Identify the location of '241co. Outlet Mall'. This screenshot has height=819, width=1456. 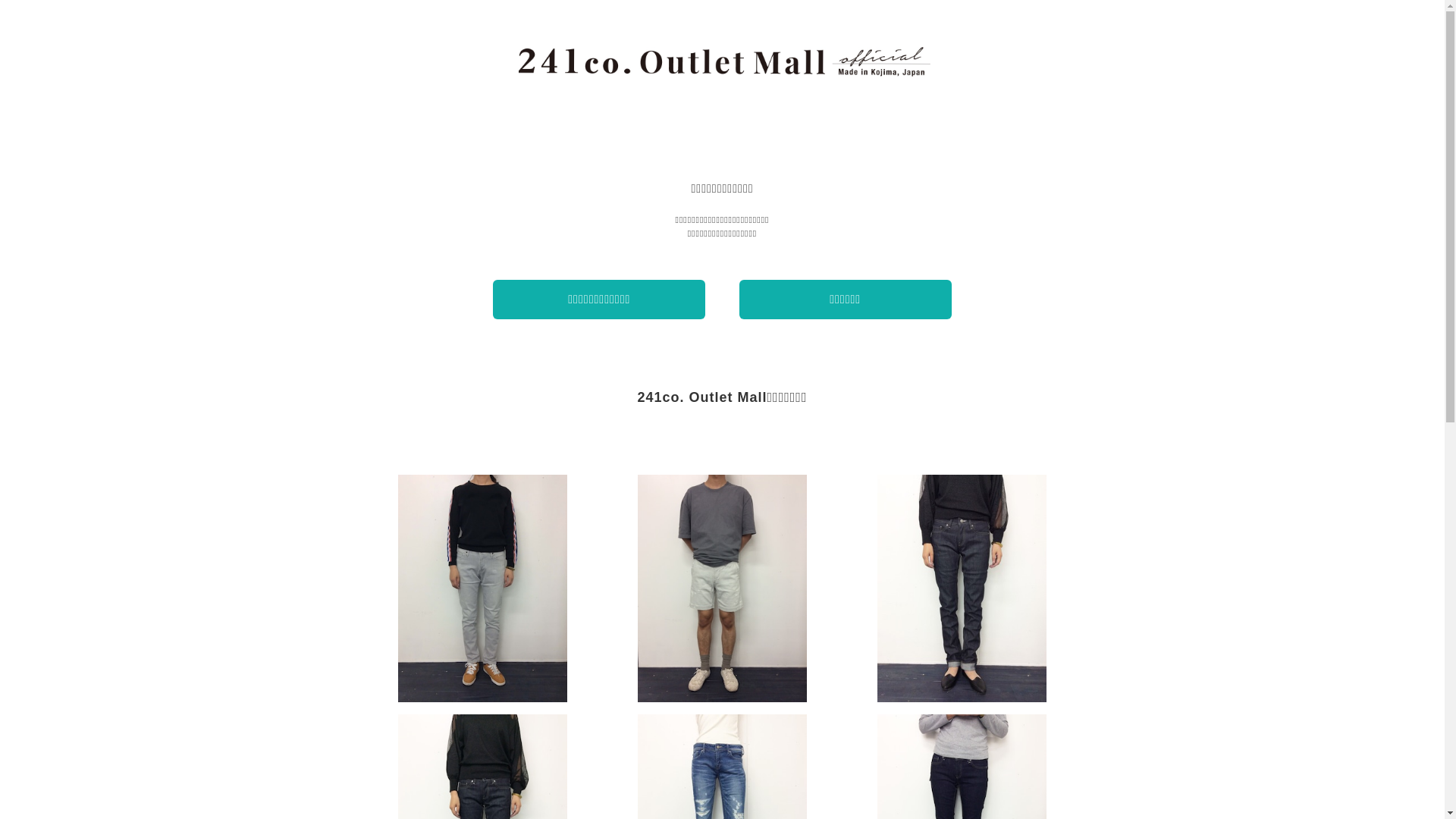
(722, 61).